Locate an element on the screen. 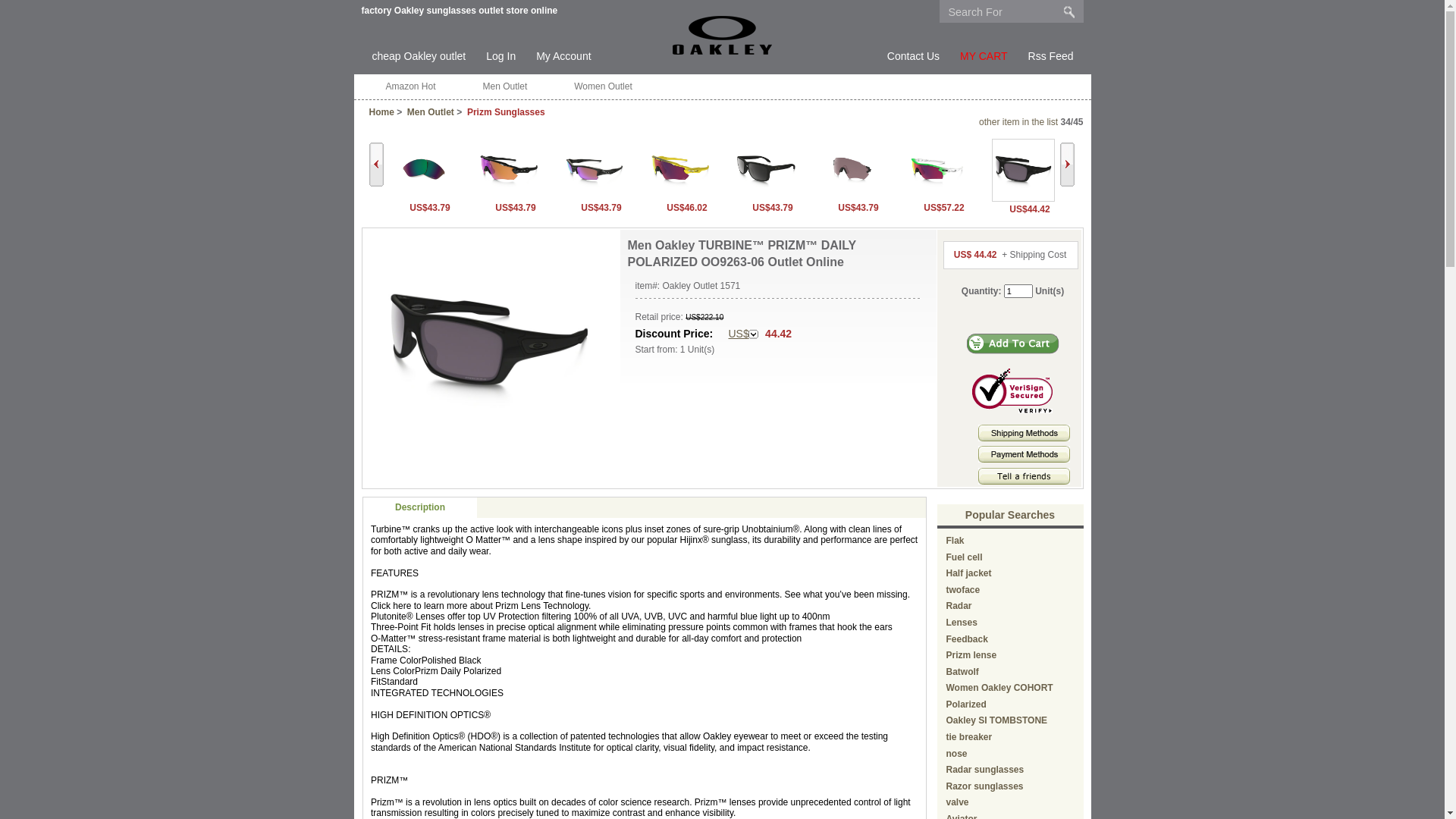 Image resolution: width=1456 pixels, height=819 pixels. 'Women Oakley COHORT' is located at coordinates (999, 687).